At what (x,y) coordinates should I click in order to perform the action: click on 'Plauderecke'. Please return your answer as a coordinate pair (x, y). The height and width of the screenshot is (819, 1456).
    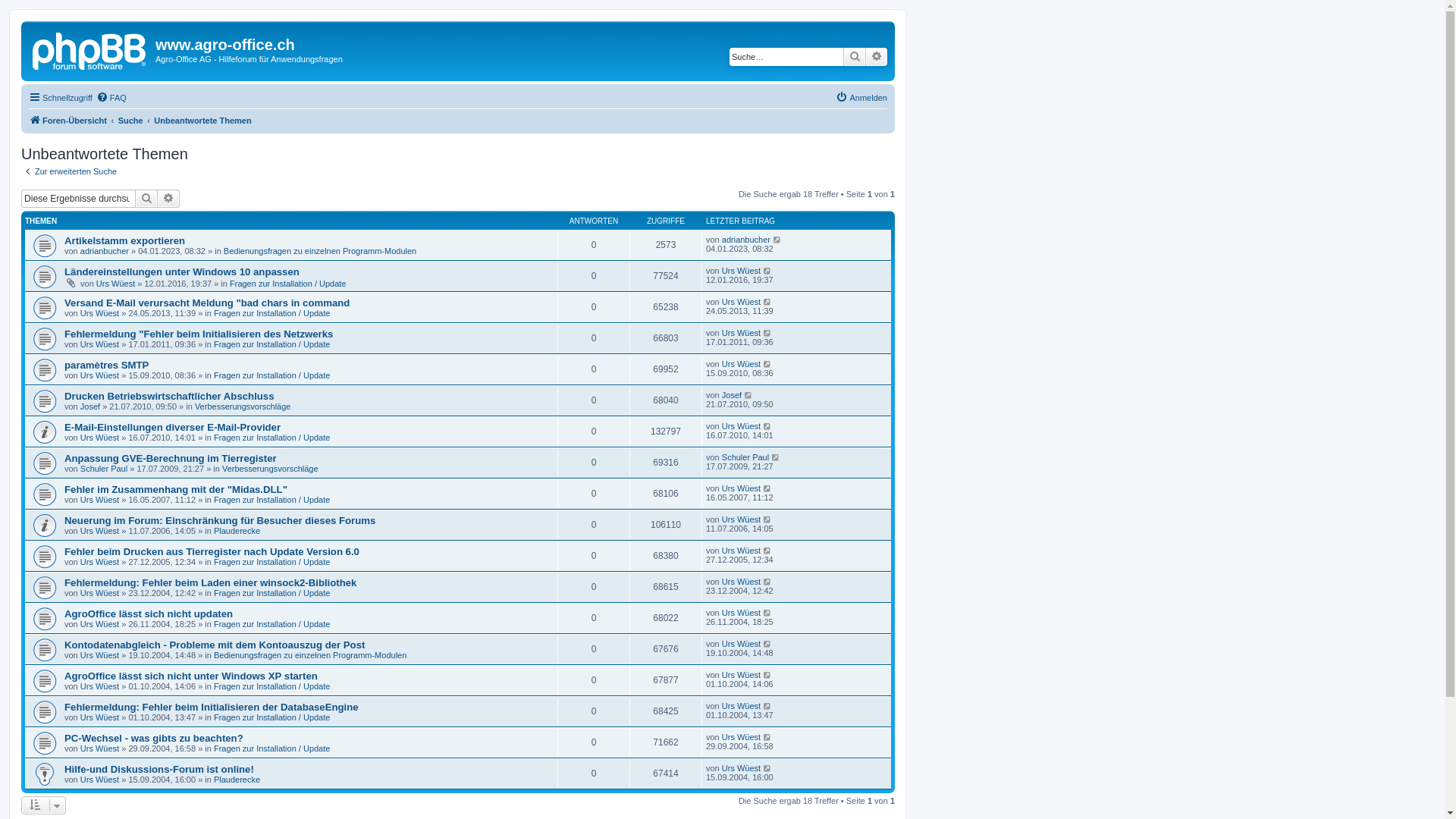
    Looking at the image, I should click on (236, 780).